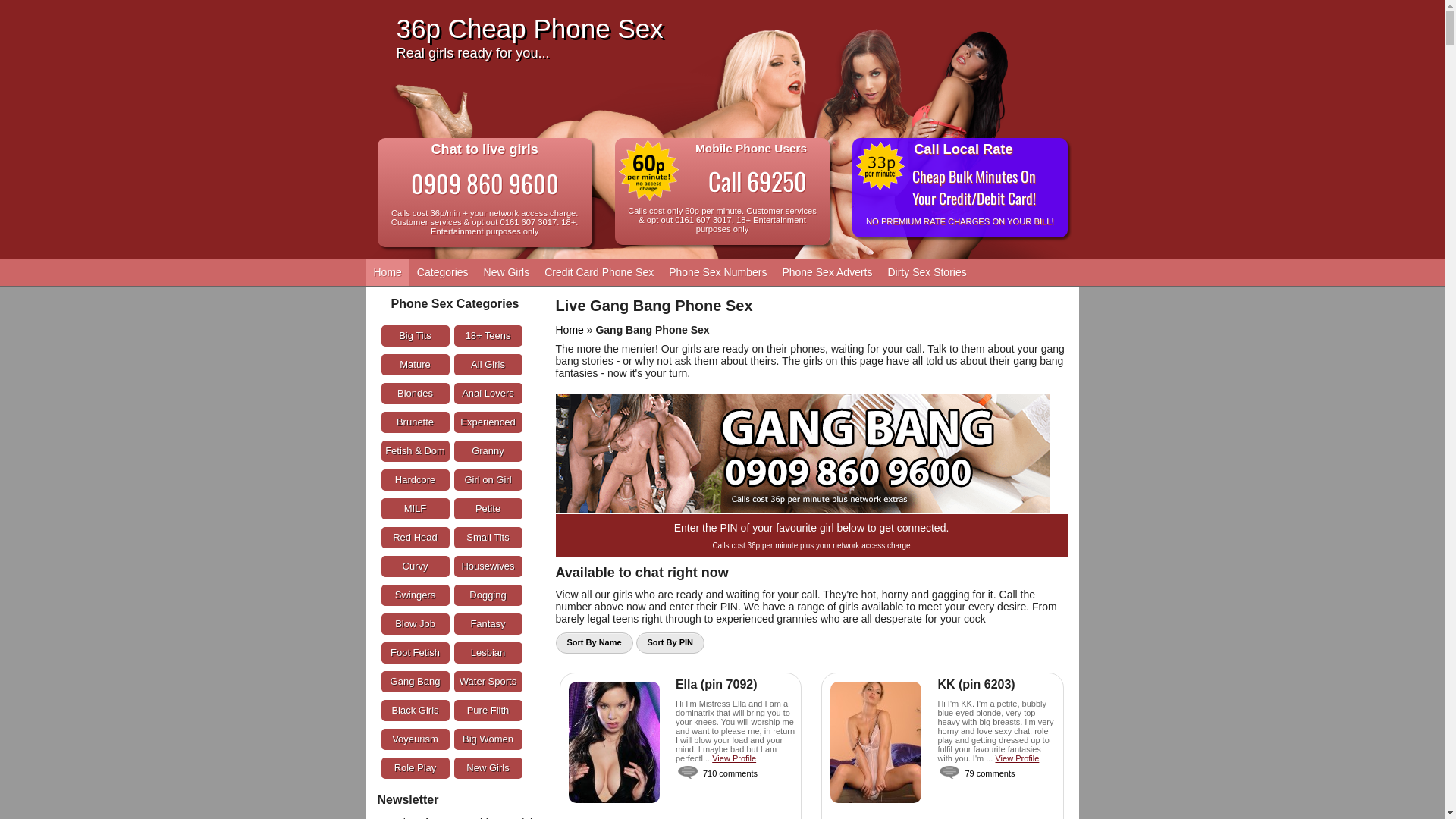  I want to click on 'Big Tits', so click(415, 335).